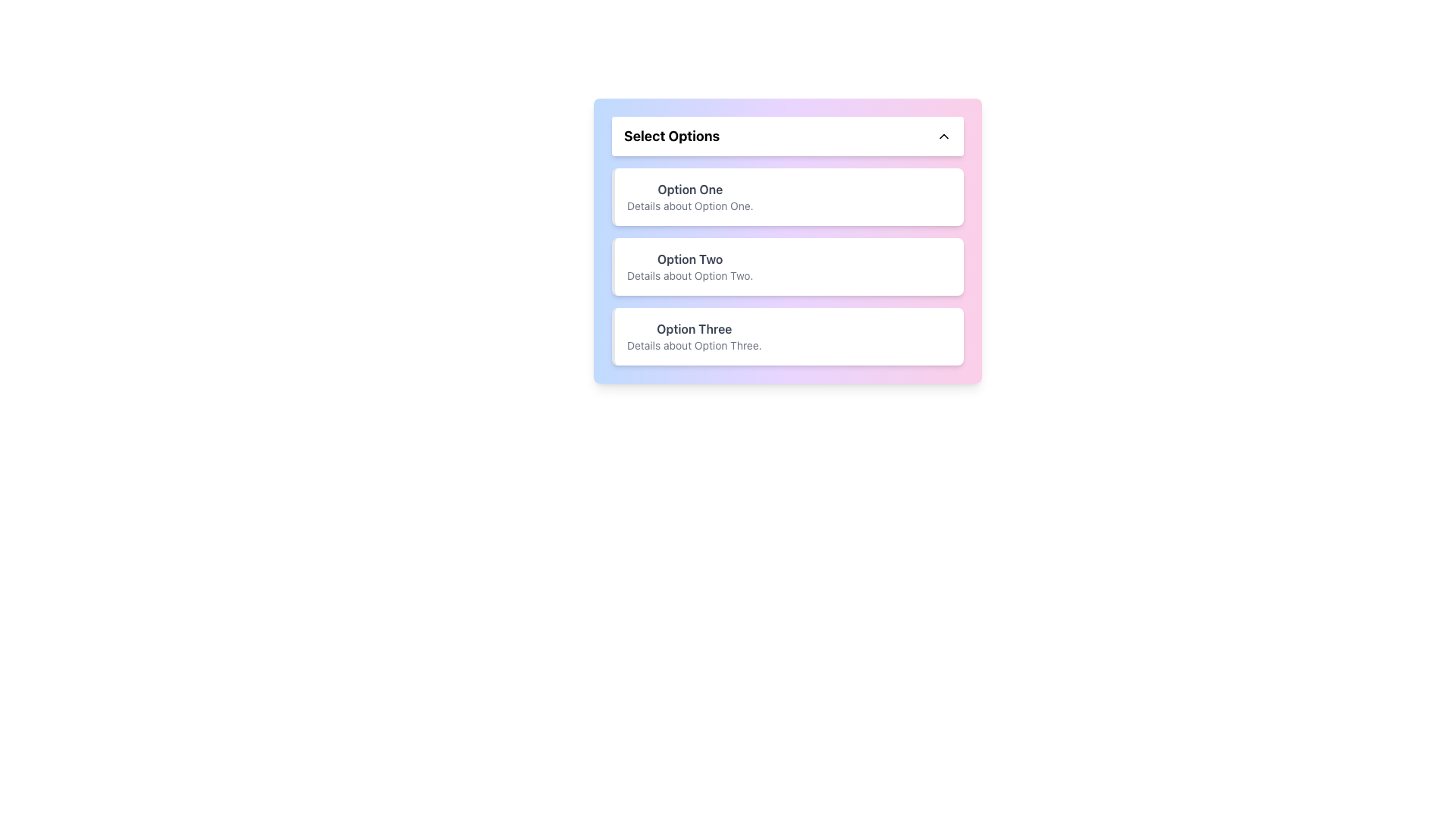 This screenshot has width=1456, height=819. I want to click on to select the 'Option Two' card, which is the second option in the list under the 'Select Options' header, so click(787, 240).